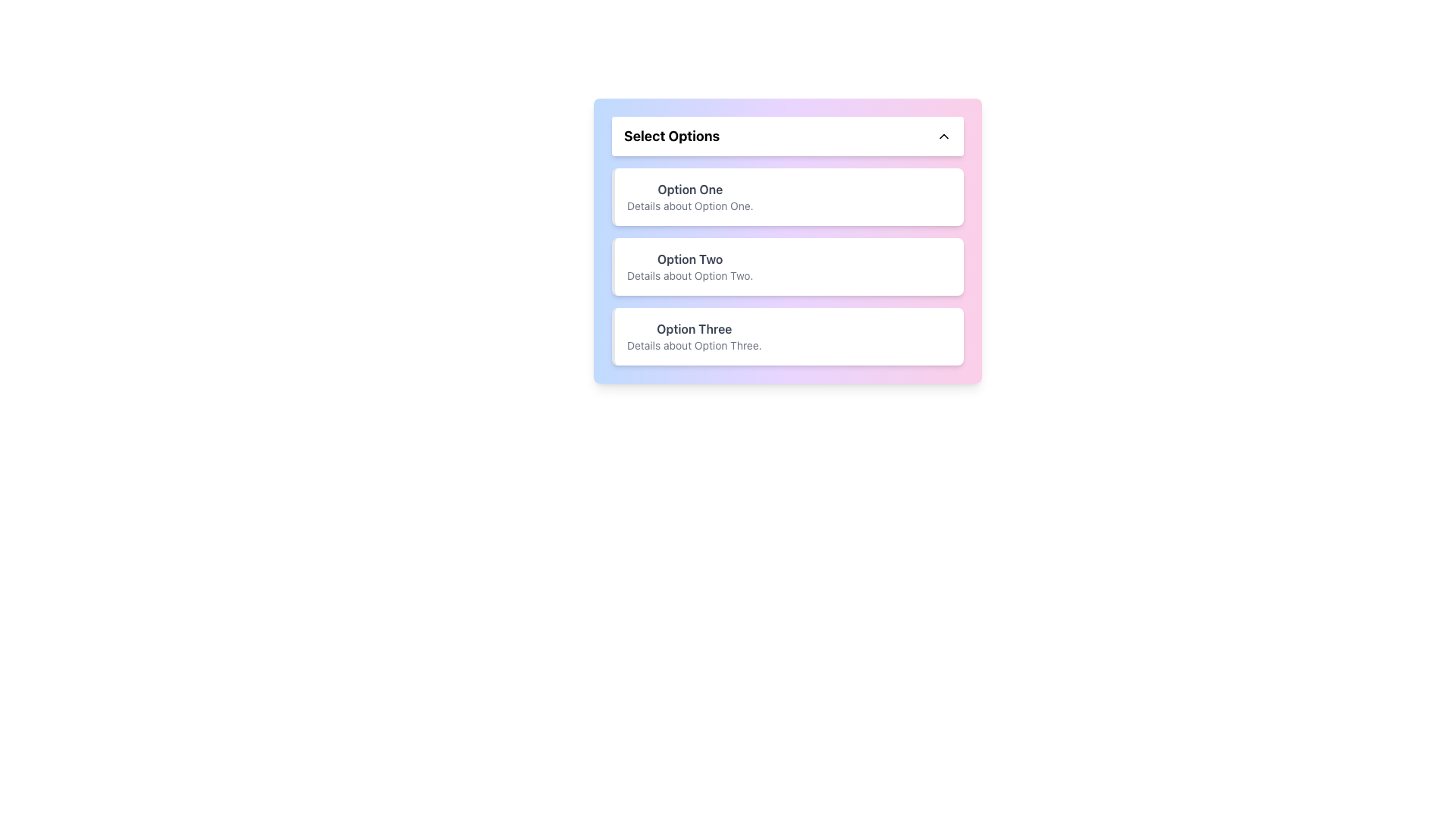 This screenshot has width=1456, height=819. I want to click on to select the 'Option Two' card, which is the second option in the list under the 'Select Options' header, so click(787, 240).